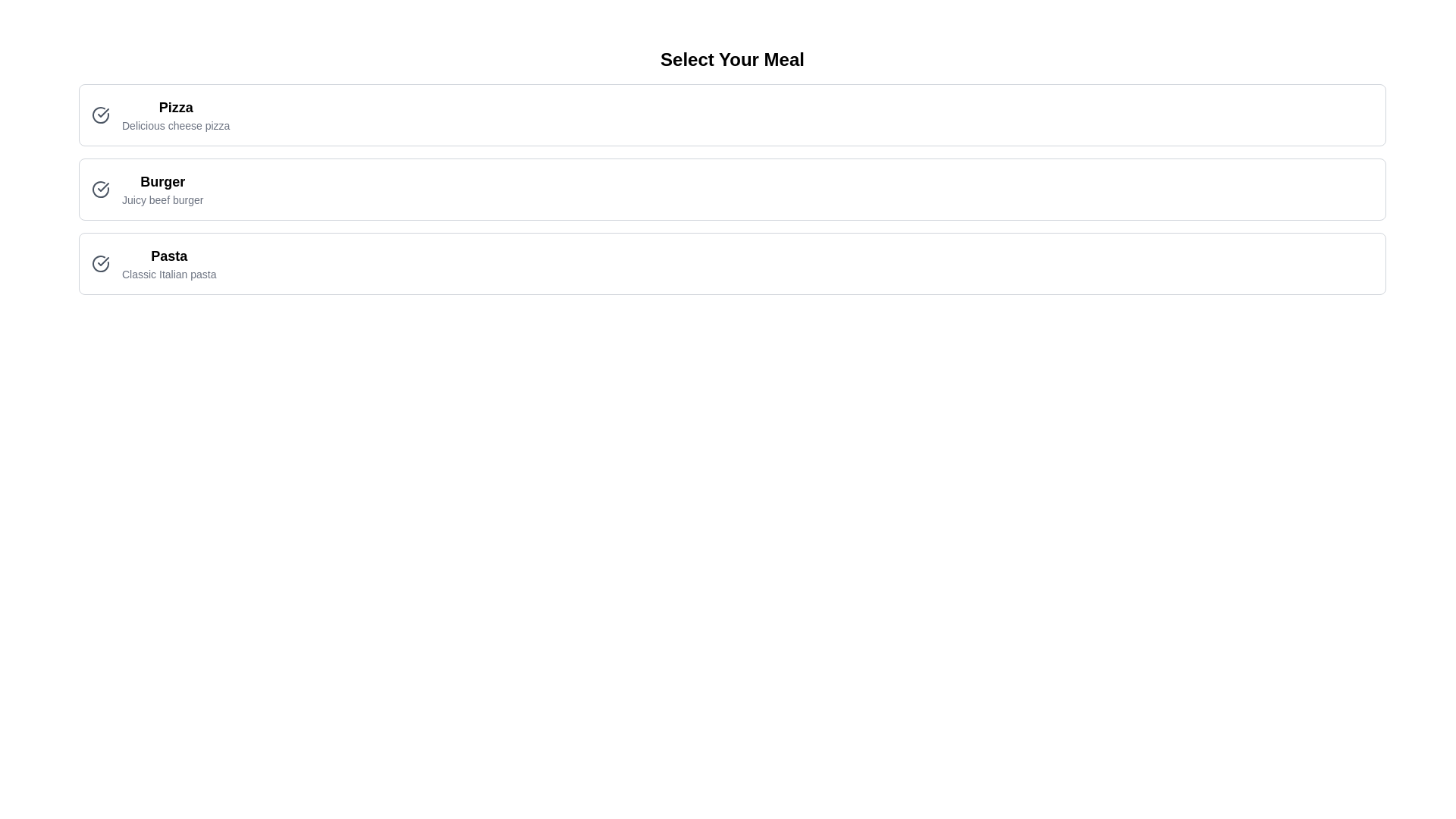  Describe the element at coordinates (732, 189) in the screenshot. I see `the second selectable list item, which represents the 'Juicy beef burger' option` at that location.